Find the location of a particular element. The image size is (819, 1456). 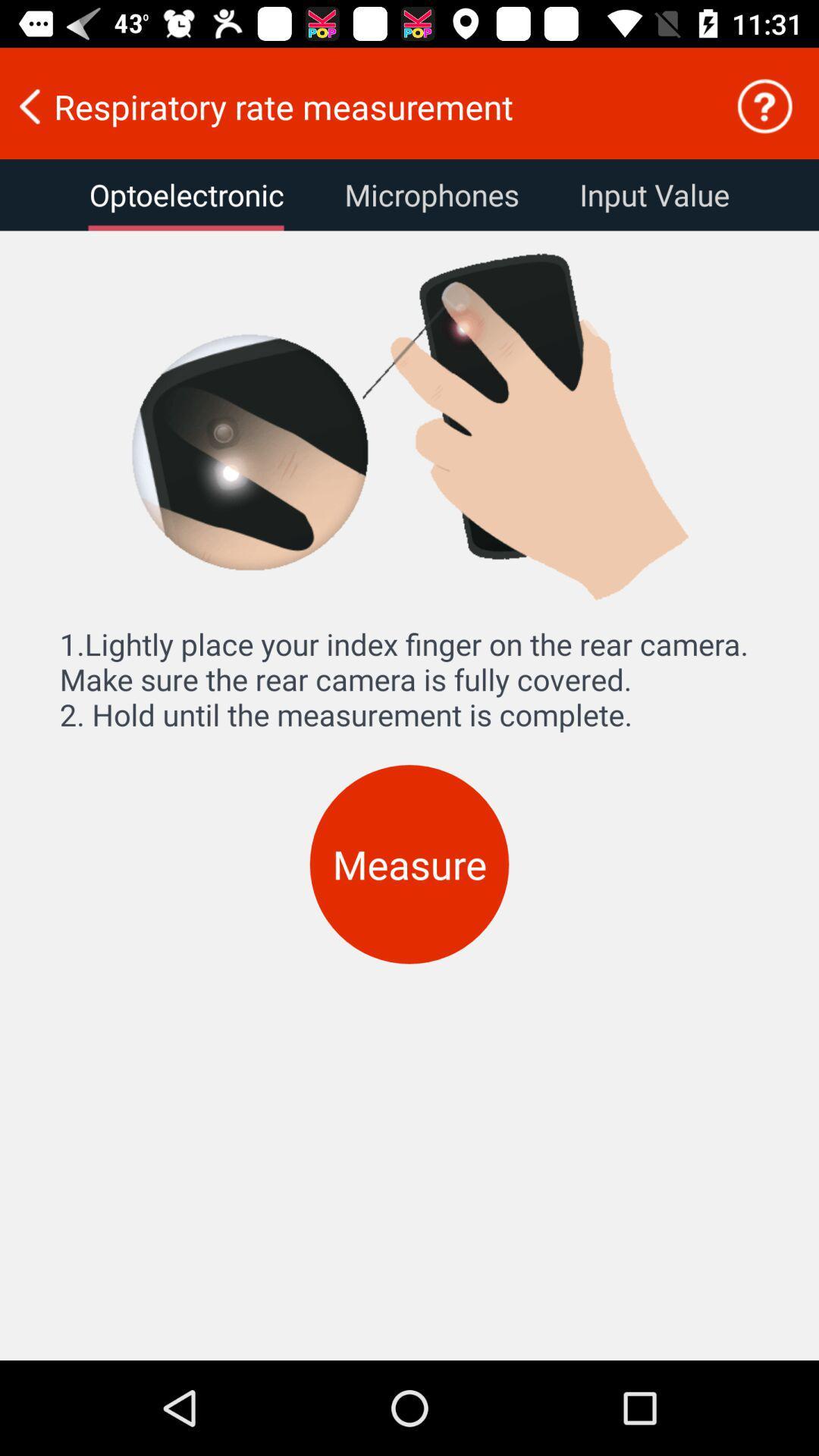

item below 1 lightly place icon is located at coordinates (409, 864).